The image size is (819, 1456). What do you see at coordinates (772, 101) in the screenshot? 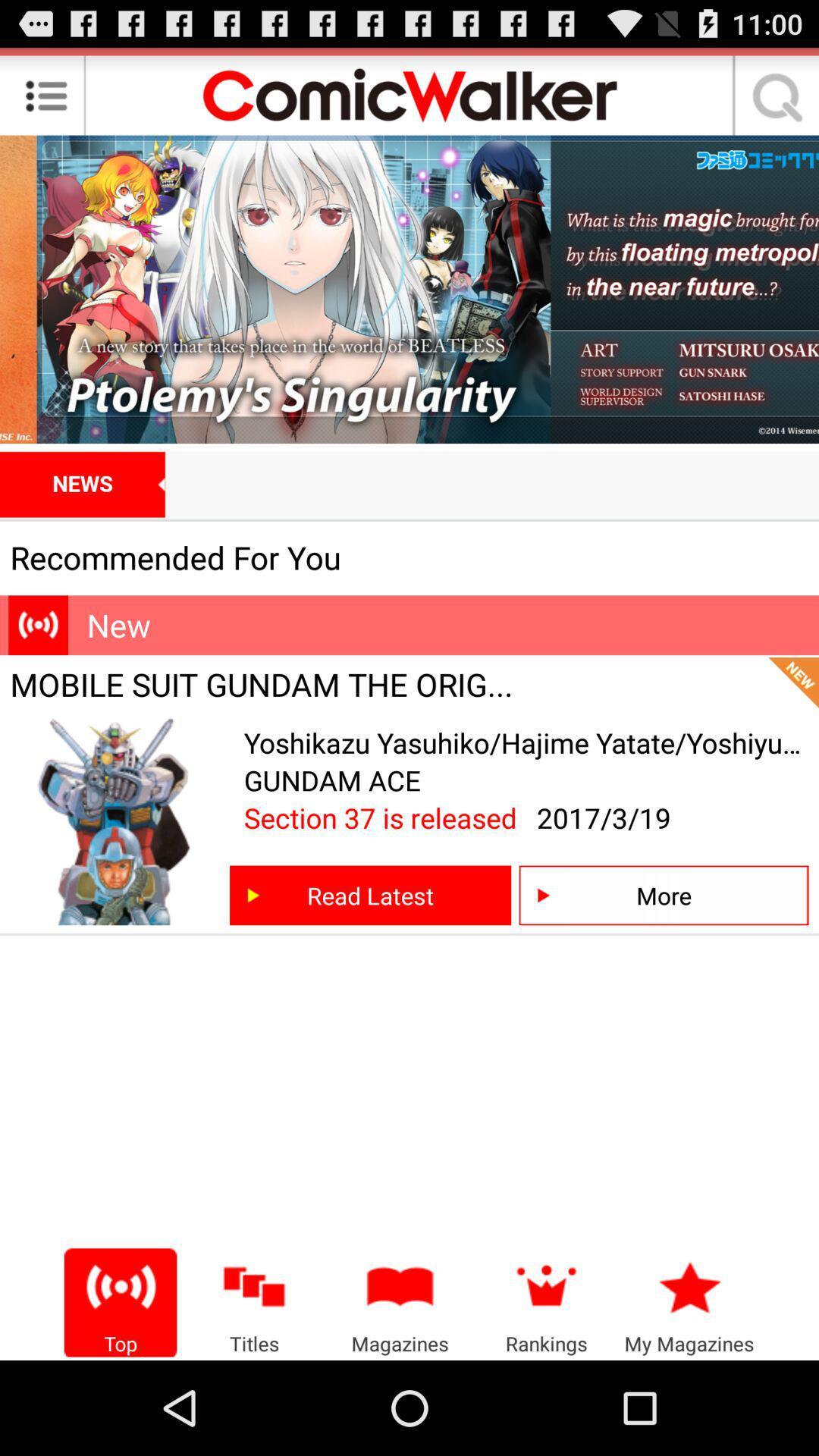
I see `the search icon` at bounding box center [772, 101].